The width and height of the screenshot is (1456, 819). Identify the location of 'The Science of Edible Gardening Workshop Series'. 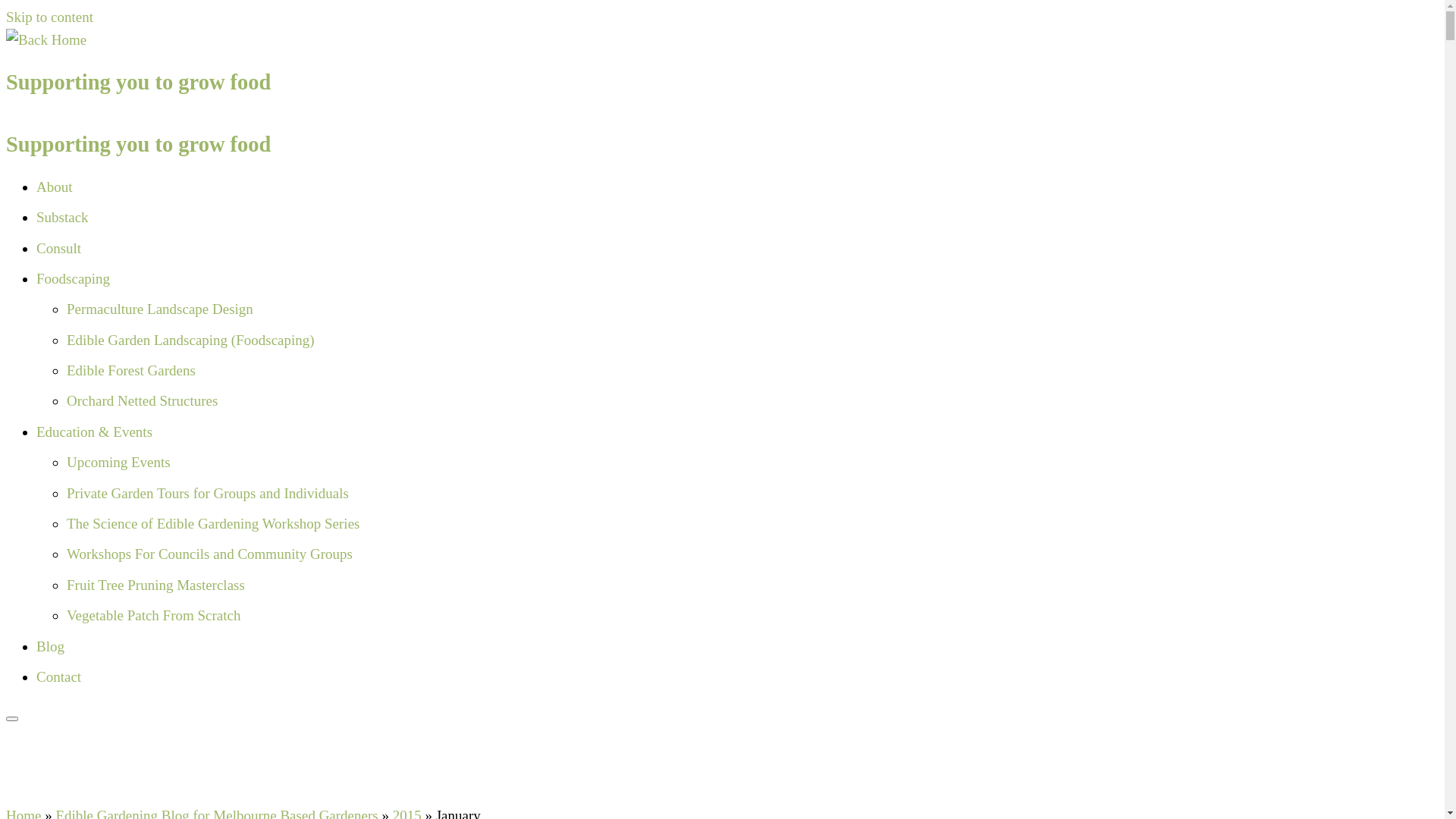
(212, 522).